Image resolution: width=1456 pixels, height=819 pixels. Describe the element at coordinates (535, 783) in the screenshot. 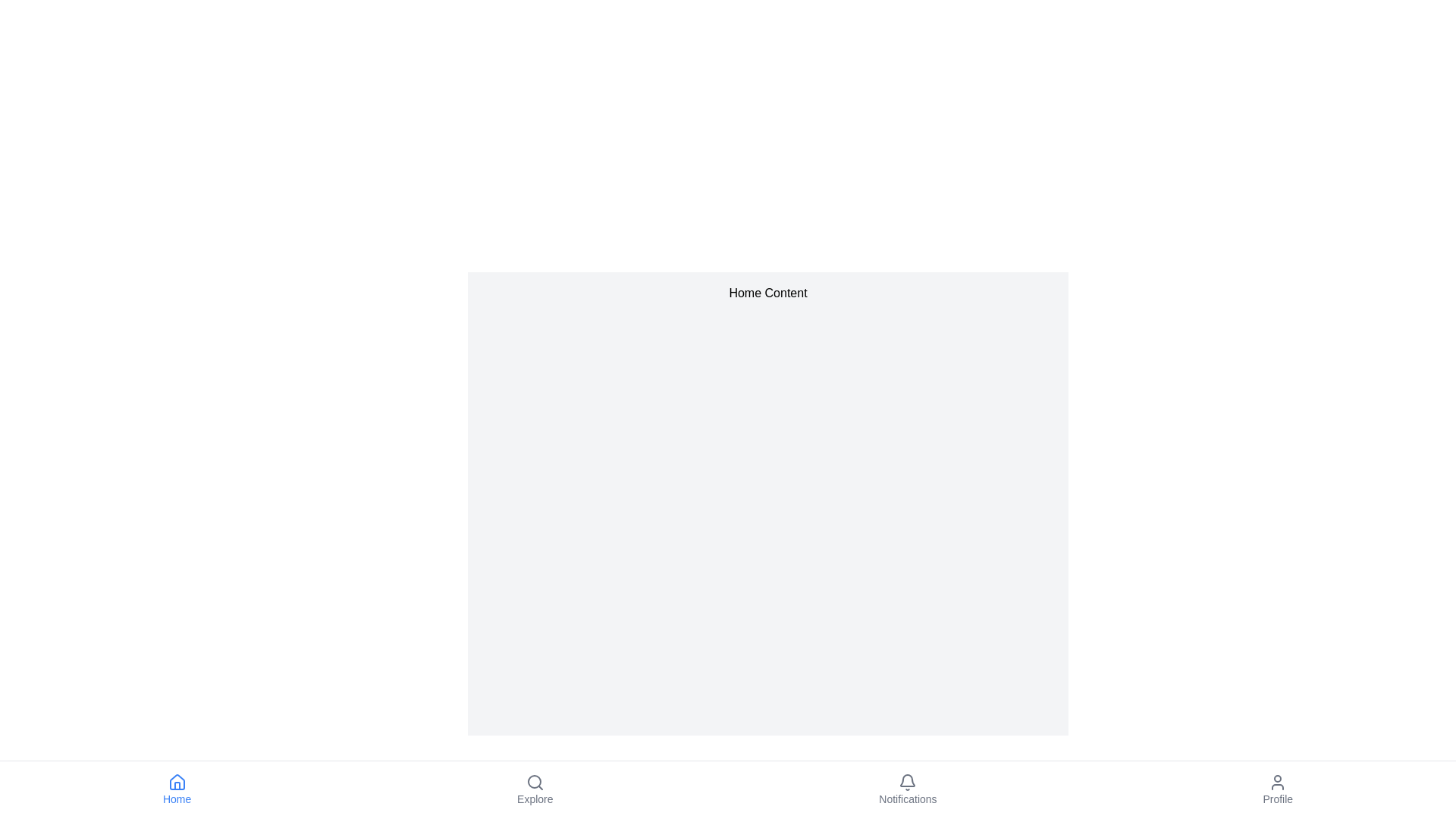

I see `the Icon button in the bottom navigation bar, second from the left` at that location.